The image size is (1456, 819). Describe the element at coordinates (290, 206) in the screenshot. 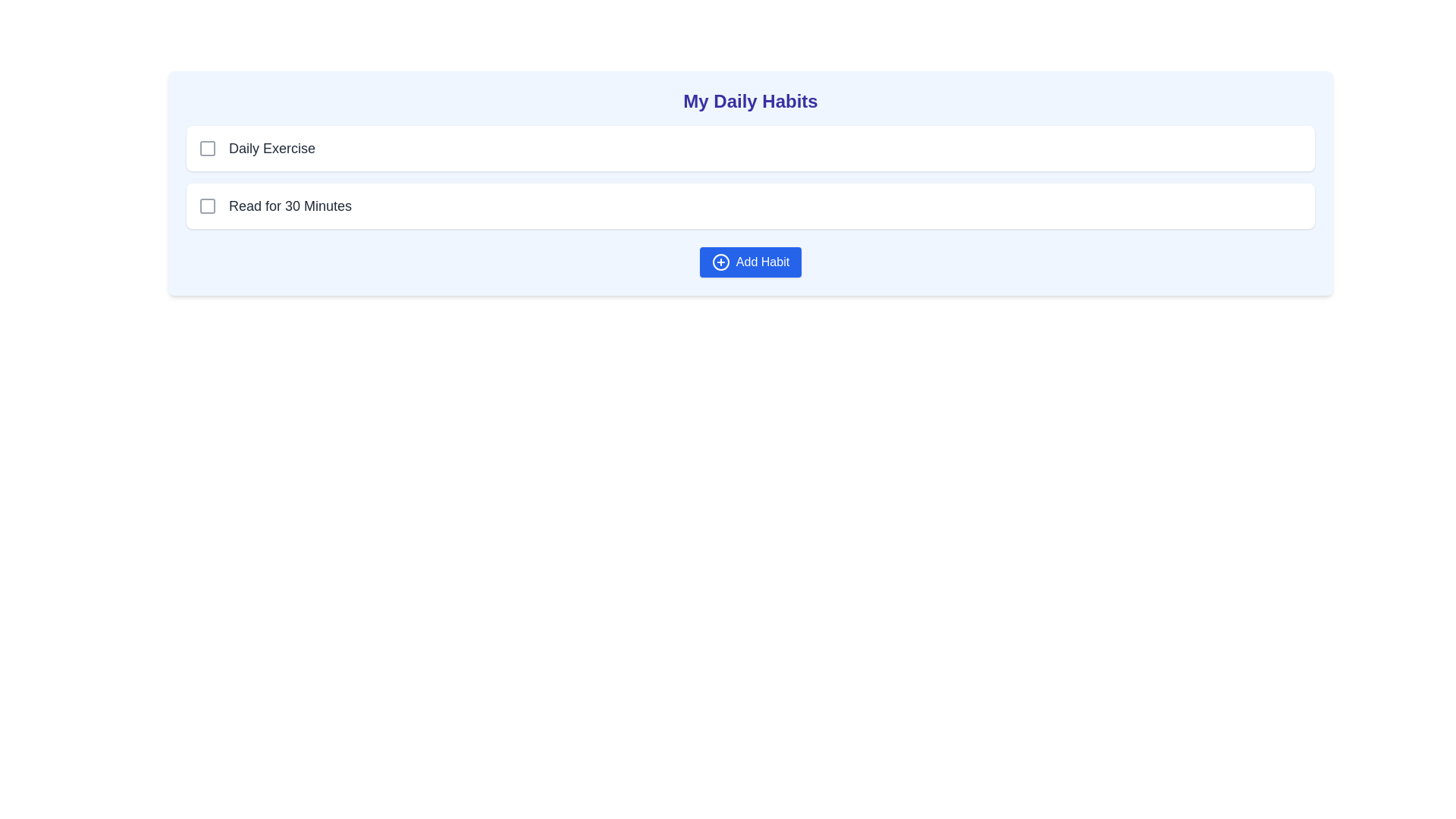

I see `the content of the text label displaying 'Read for 30 Minutes', which is the second checklist item in the vertical list` at that location.